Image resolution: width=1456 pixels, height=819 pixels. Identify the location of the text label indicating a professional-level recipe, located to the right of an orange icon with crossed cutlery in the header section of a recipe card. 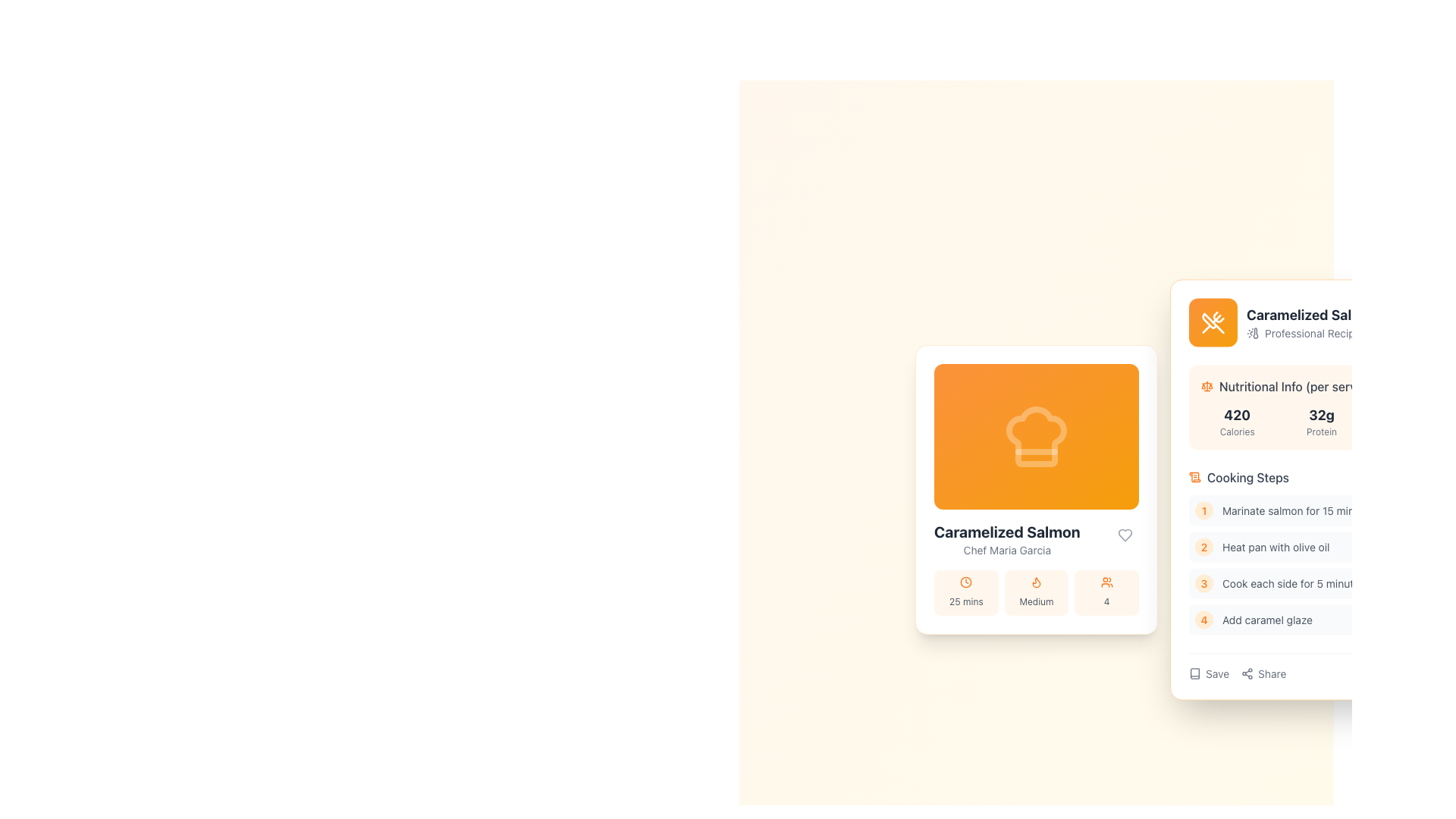
(1312, 332).